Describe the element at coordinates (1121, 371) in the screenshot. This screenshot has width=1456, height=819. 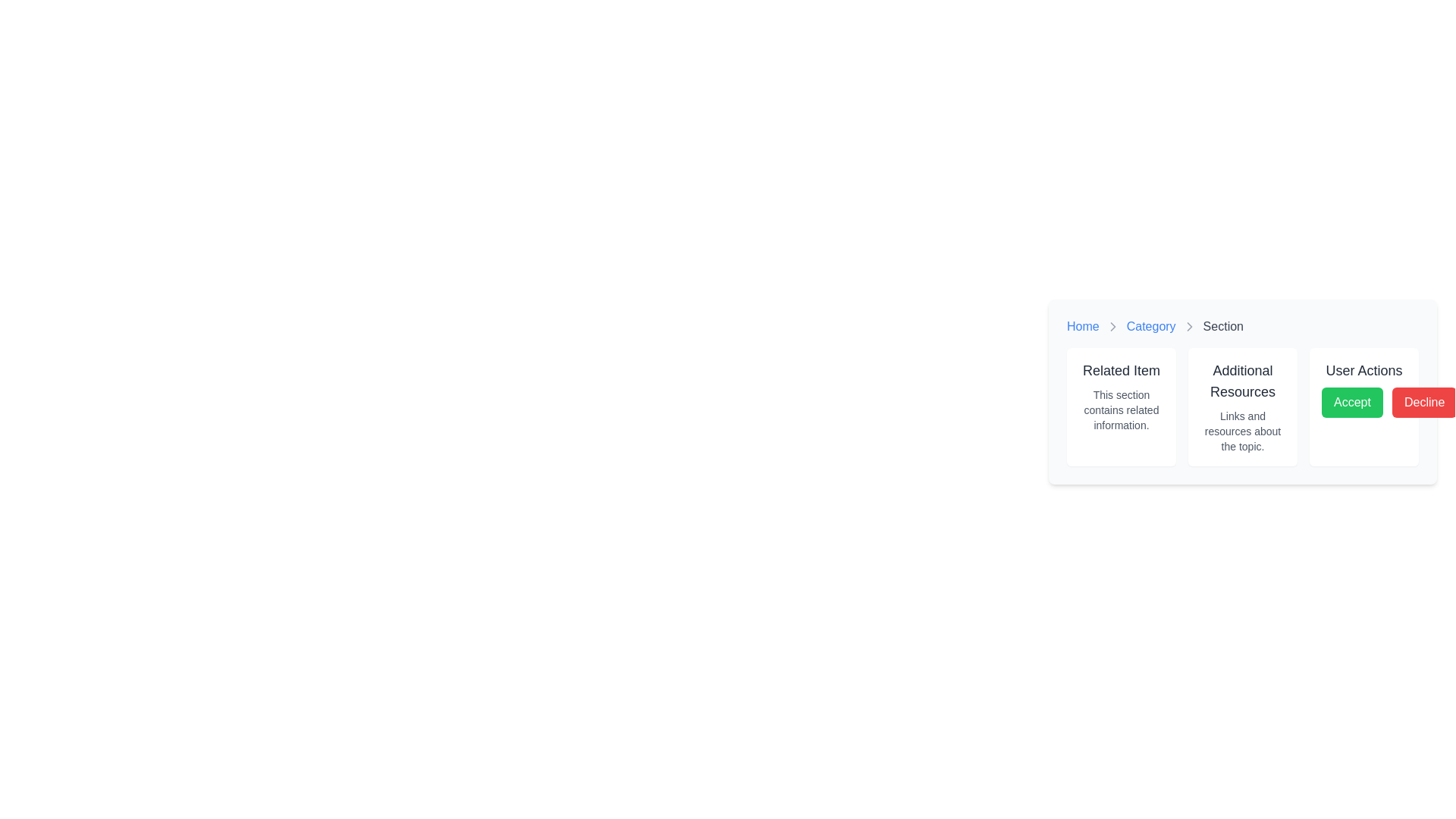
I see `the Text Label that serves as a header for related information, located in a rounded, shadowed, white card in the top-left section of the layout` at that location.